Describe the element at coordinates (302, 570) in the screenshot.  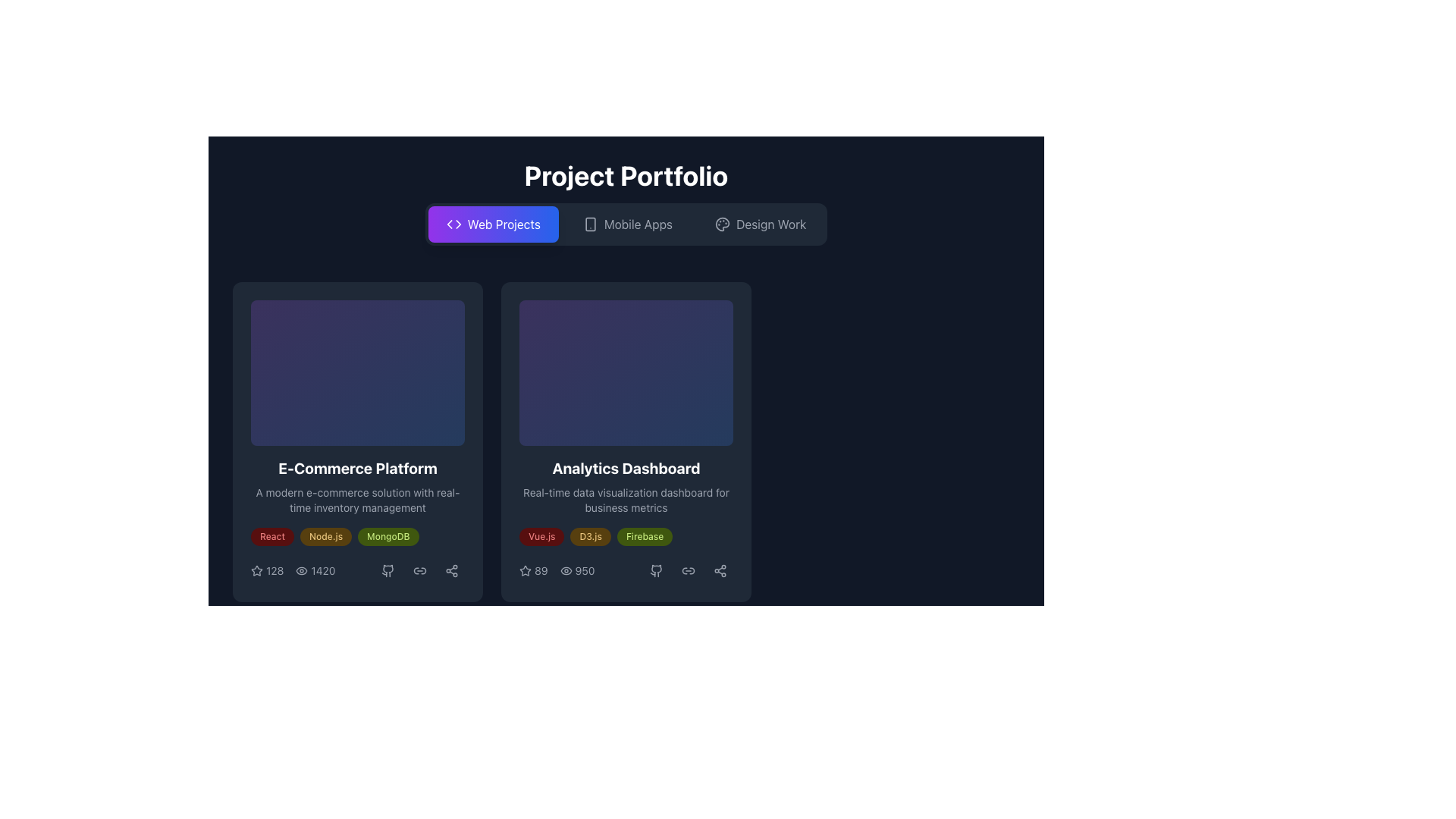
I see `the eye-shaped icon located to the left of the numeric value '1420' in the lower section of the first card labeled 'E-Commerce Platform' if it is interactive` at that location.